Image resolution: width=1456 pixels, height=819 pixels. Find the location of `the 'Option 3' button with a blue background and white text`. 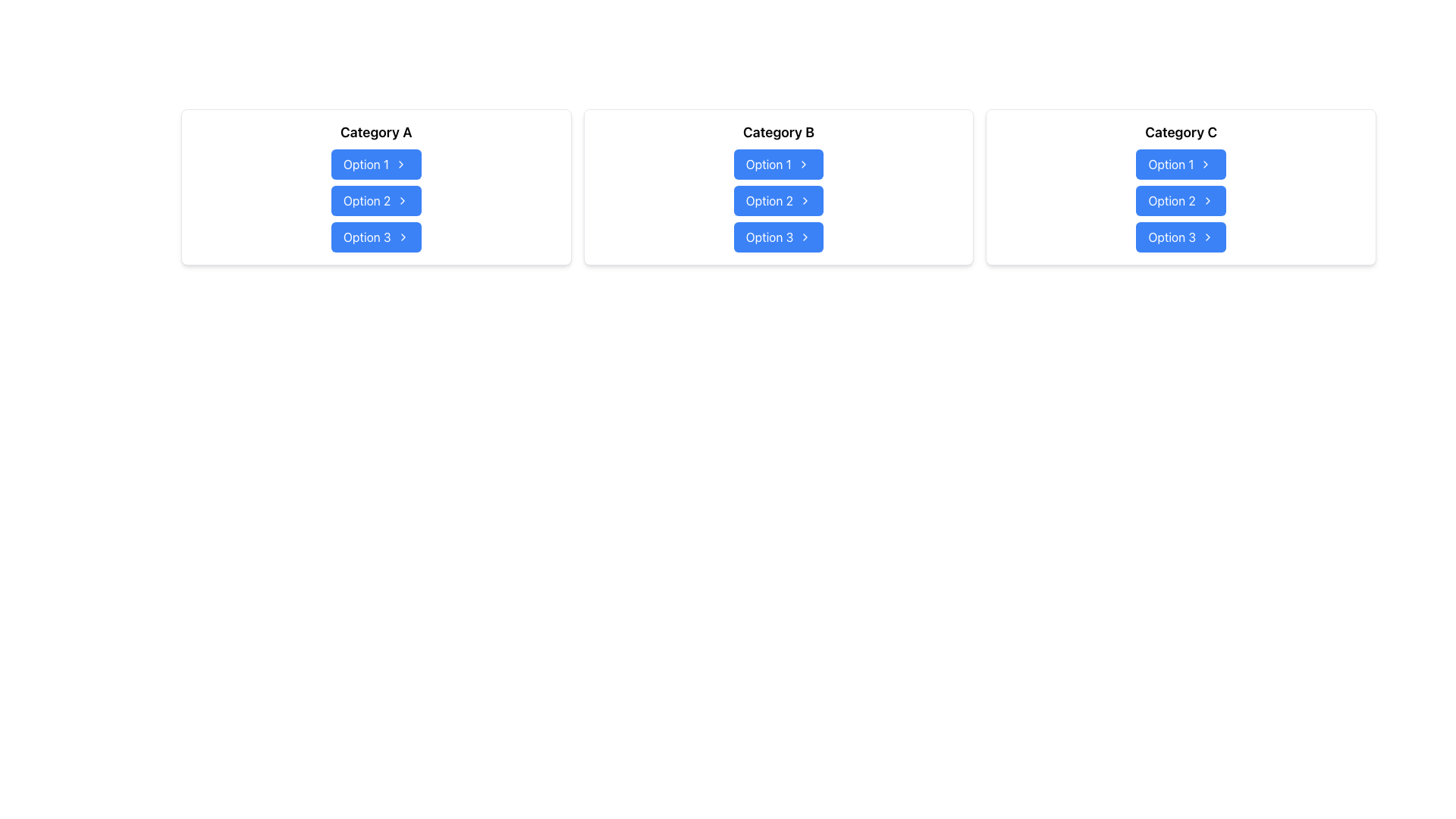

the 'Option 3' button with a blue background and white text is located at coordinates (779, 237).